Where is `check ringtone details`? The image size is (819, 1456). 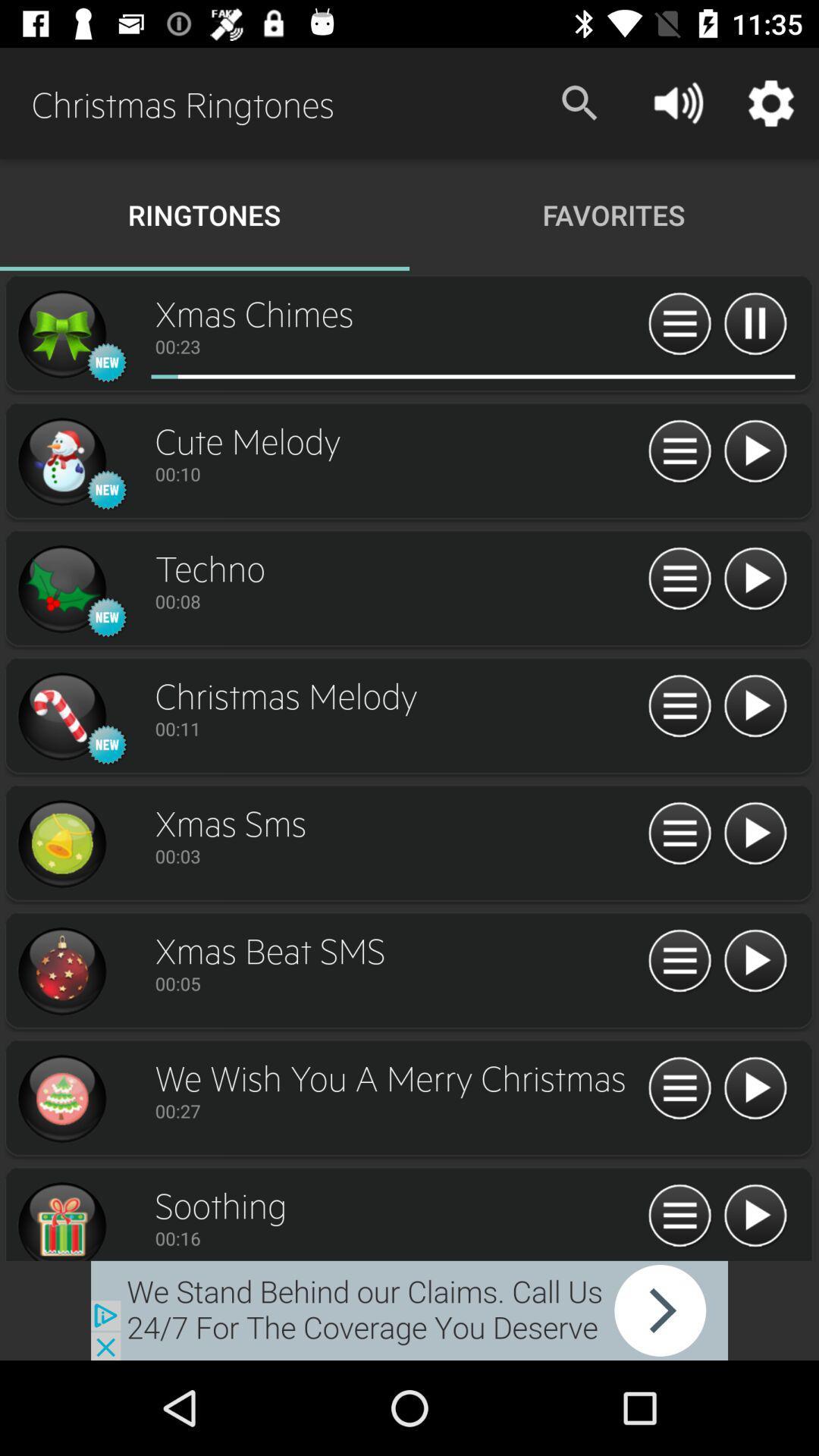 check ringtone details is located at coordinates (679, 961).